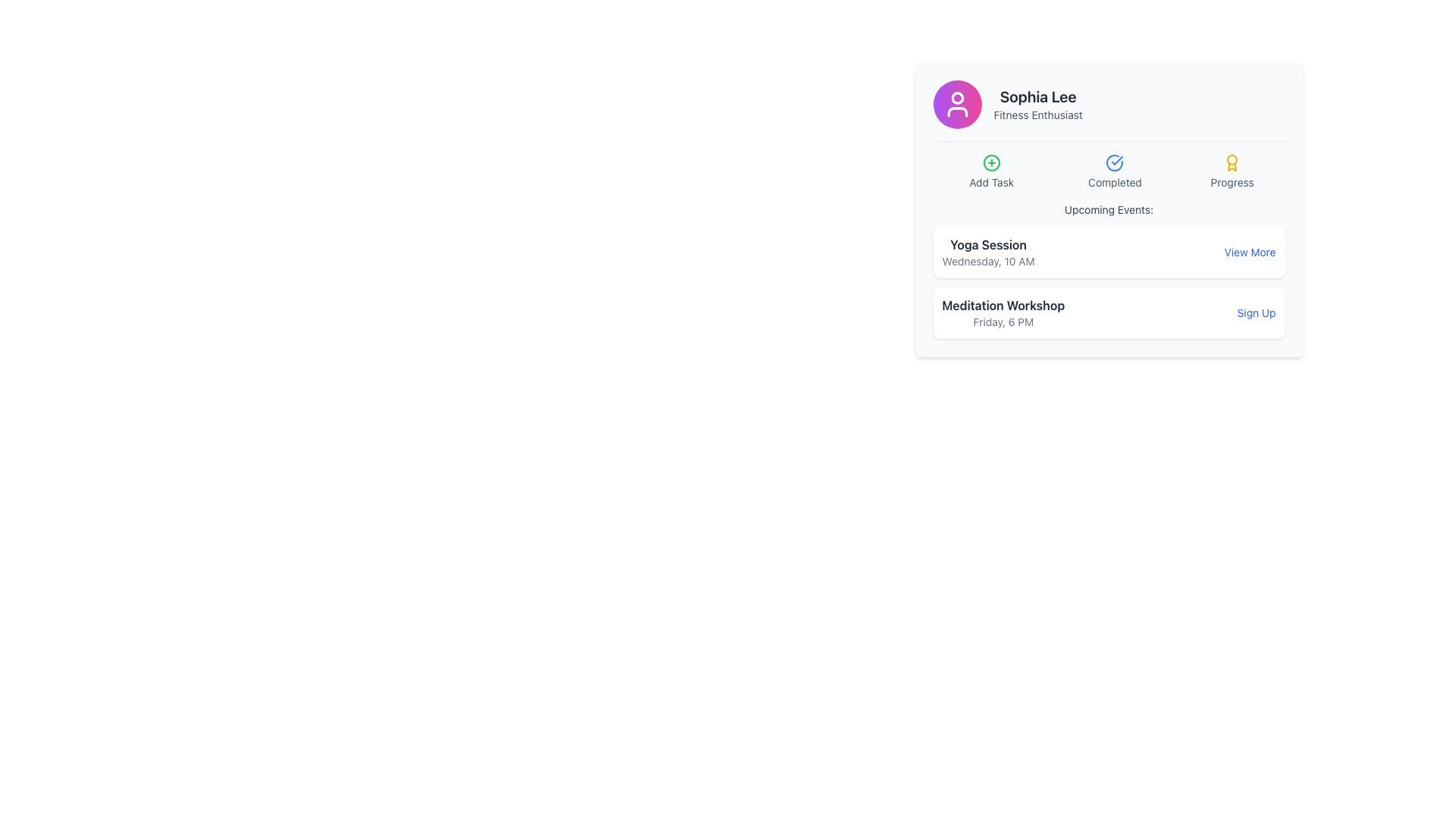 The width and height of the screenshot is (1456, 819). I want to click on the circular blue icon with a checkmark that displays 'Completed' below it, located centrally between the 'Add Task' and 'Progress' elements, so click(1115, 171).